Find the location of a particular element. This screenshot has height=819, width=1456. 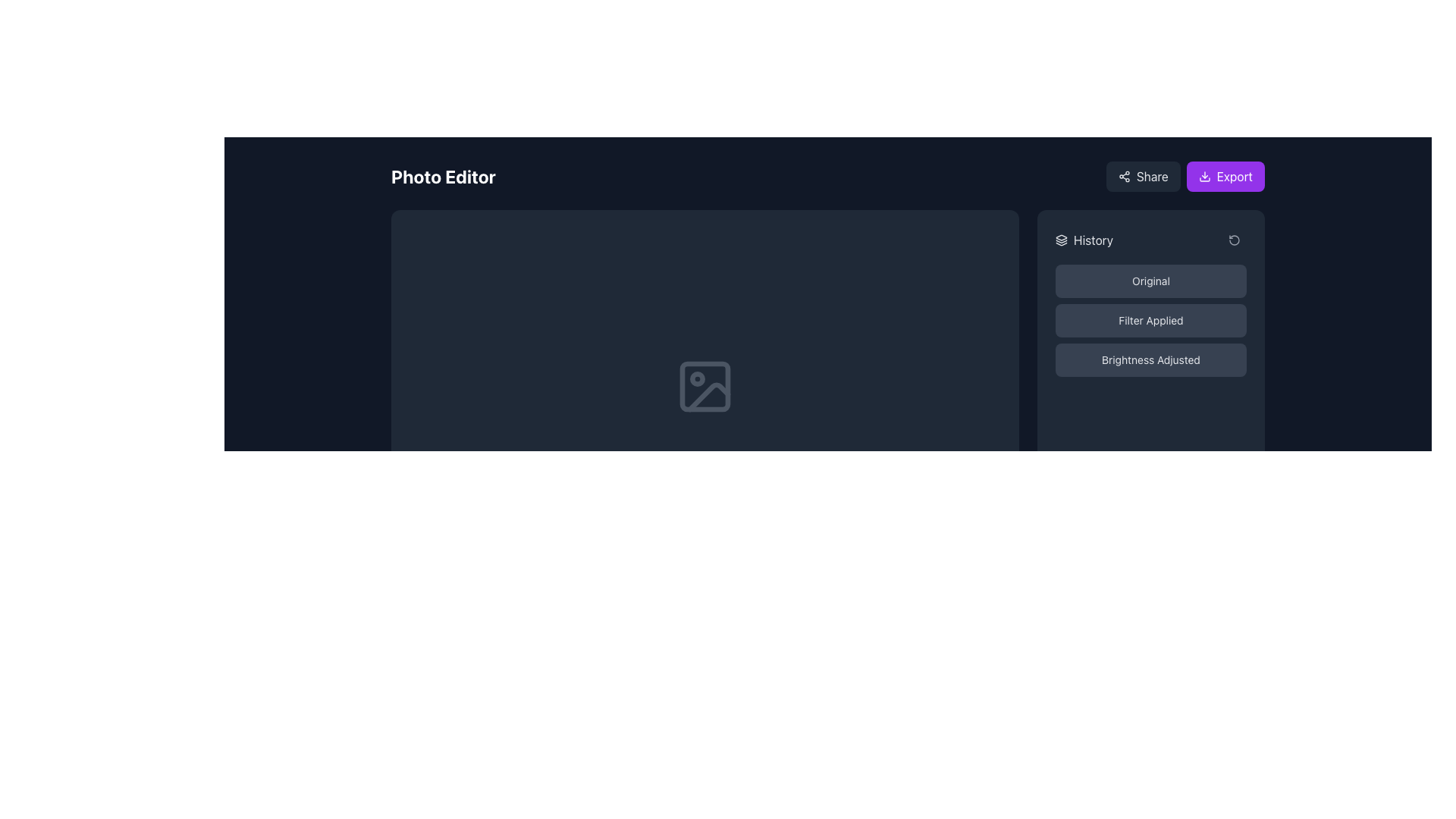

the 'Filter Applied' button, which is a rectangular button with light gray text on a dark gray background, positioned under the 'History' panel as the second button in a vertical list is located at coordinates (1150, 320).